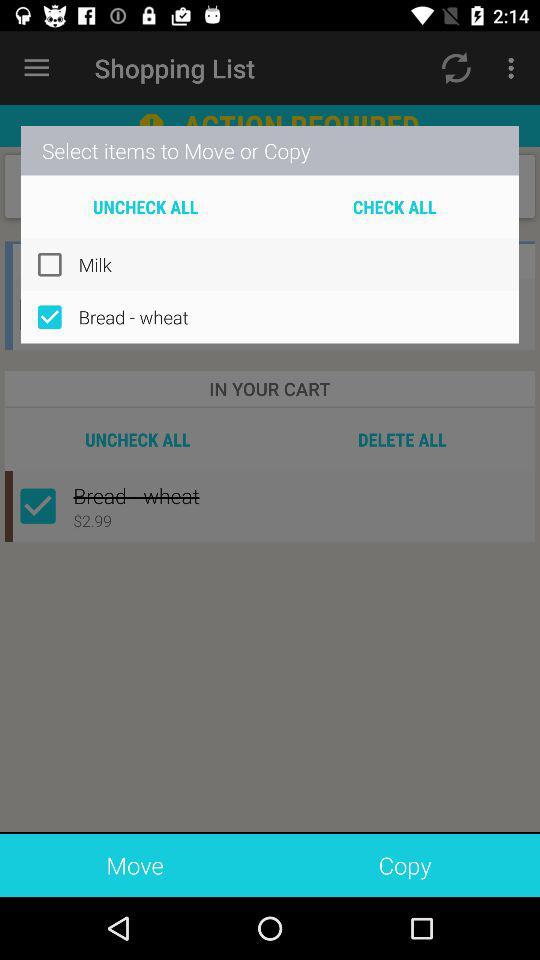  Describe the element at coordinates (270, 149) in the screenshot. I see `the item above uncheck all item` at that location.